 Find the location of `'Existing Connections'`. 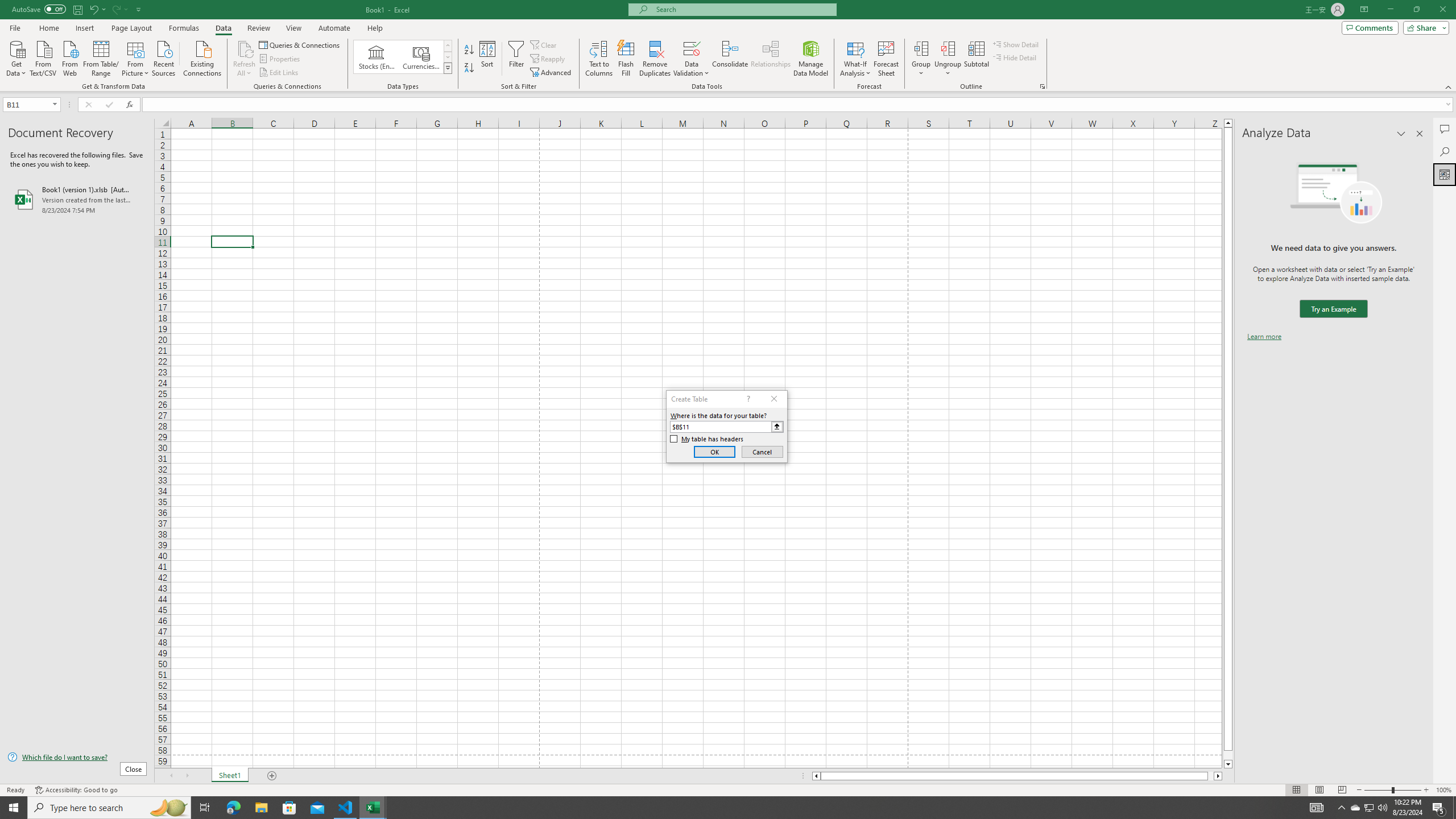

'Existing Connections' is located at coordinates (201, 57).